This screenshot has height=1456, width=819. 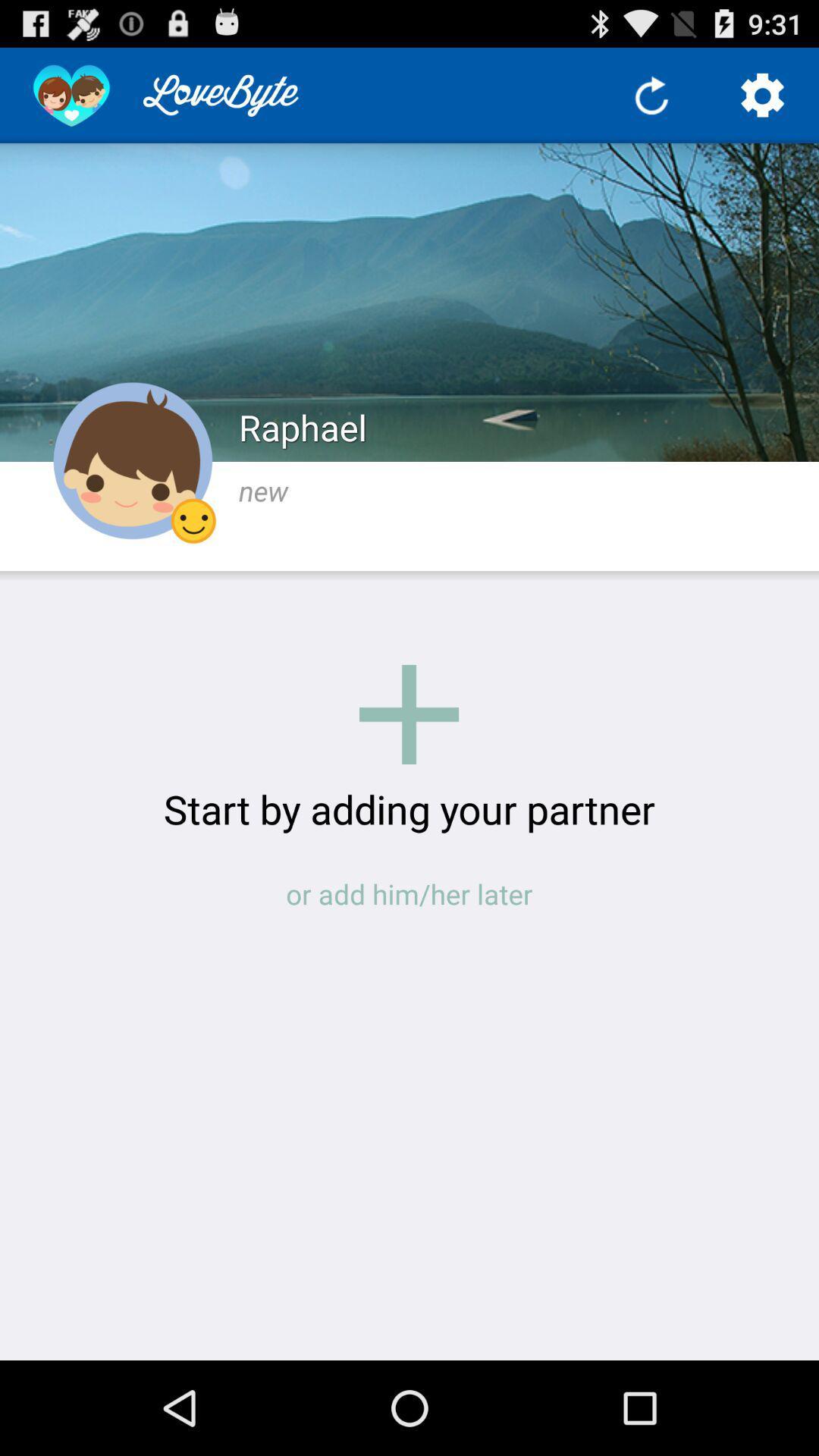 I want to click on avatar image, so click(x=132, y=460).